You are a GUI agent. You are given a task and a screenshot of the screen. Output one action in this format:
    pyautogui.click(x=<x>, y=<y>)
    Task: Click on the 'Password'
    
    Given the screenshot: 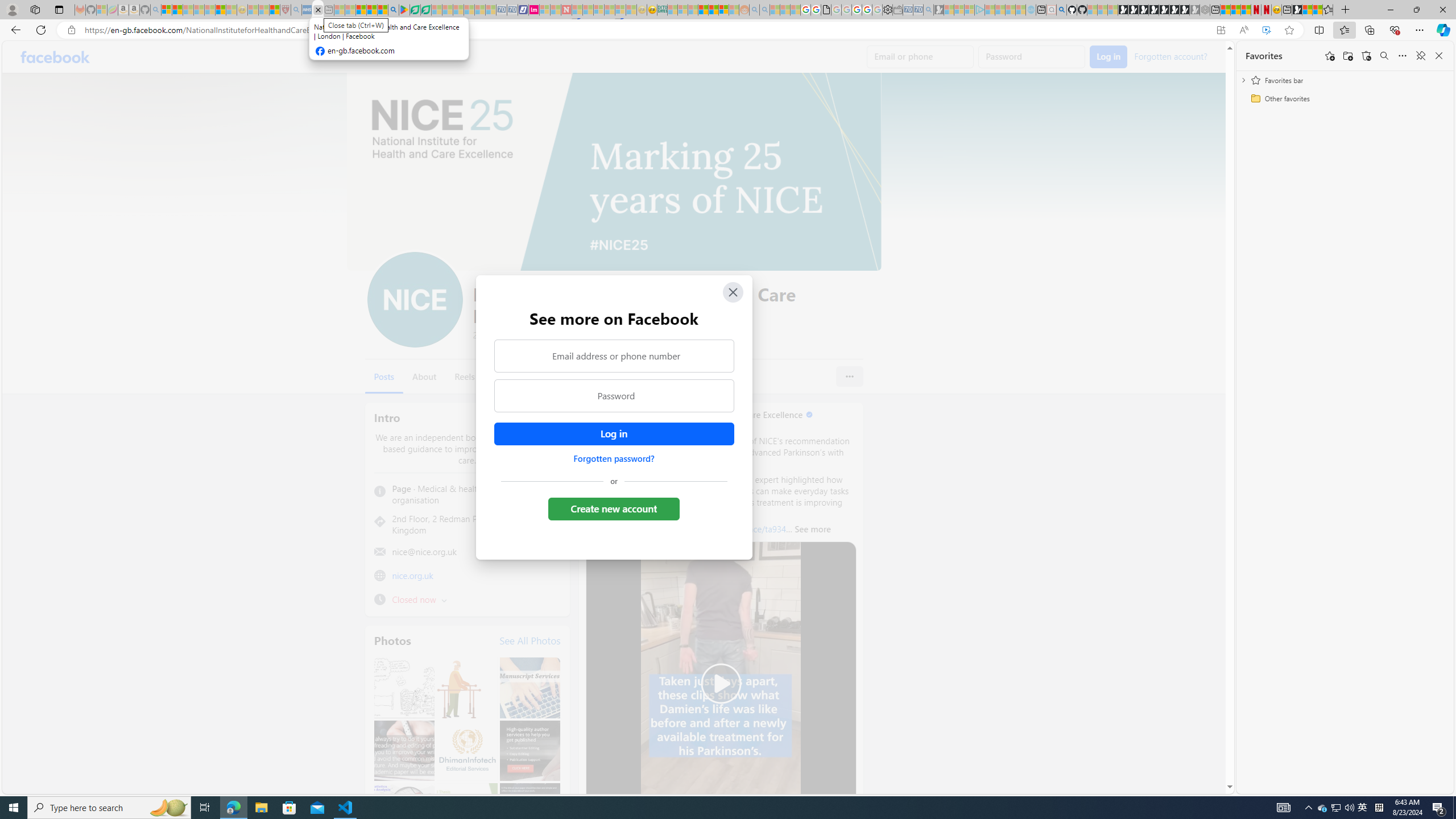 What is the action you would take?
    pyautogui.click(x=614, y=396)
    